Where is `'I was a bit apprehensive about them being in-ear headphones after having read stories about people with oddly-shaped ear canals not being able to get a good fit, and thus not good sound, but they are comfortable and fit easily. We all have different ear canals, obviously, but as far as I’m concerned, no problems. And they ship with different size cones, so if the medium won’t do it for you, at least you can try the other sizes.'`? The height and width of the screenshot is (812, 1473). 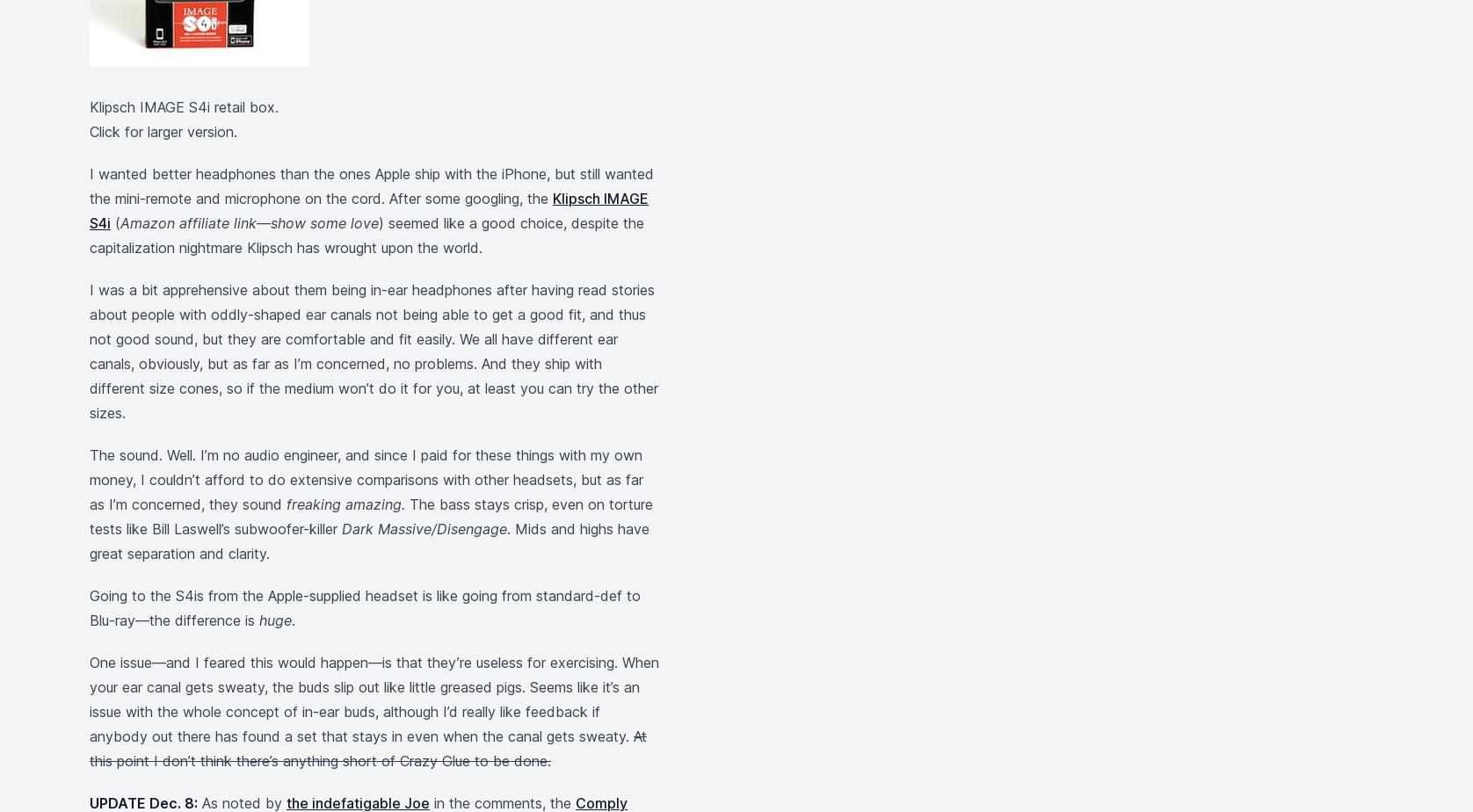 'I was a bit apprehensive about them being in-ear headphones after having read stories about people with oddly-shaped ear canals not being able to get a good fit, and thus not good sound, but they are comfortable and fit easily. We all have different ear canals, obviously, but as far as I’m concerned, no problems. And they ship with different size cones, so if the medium won’t do it for you, at least you can try the other sizes.' is located at coordinates (374, 351).